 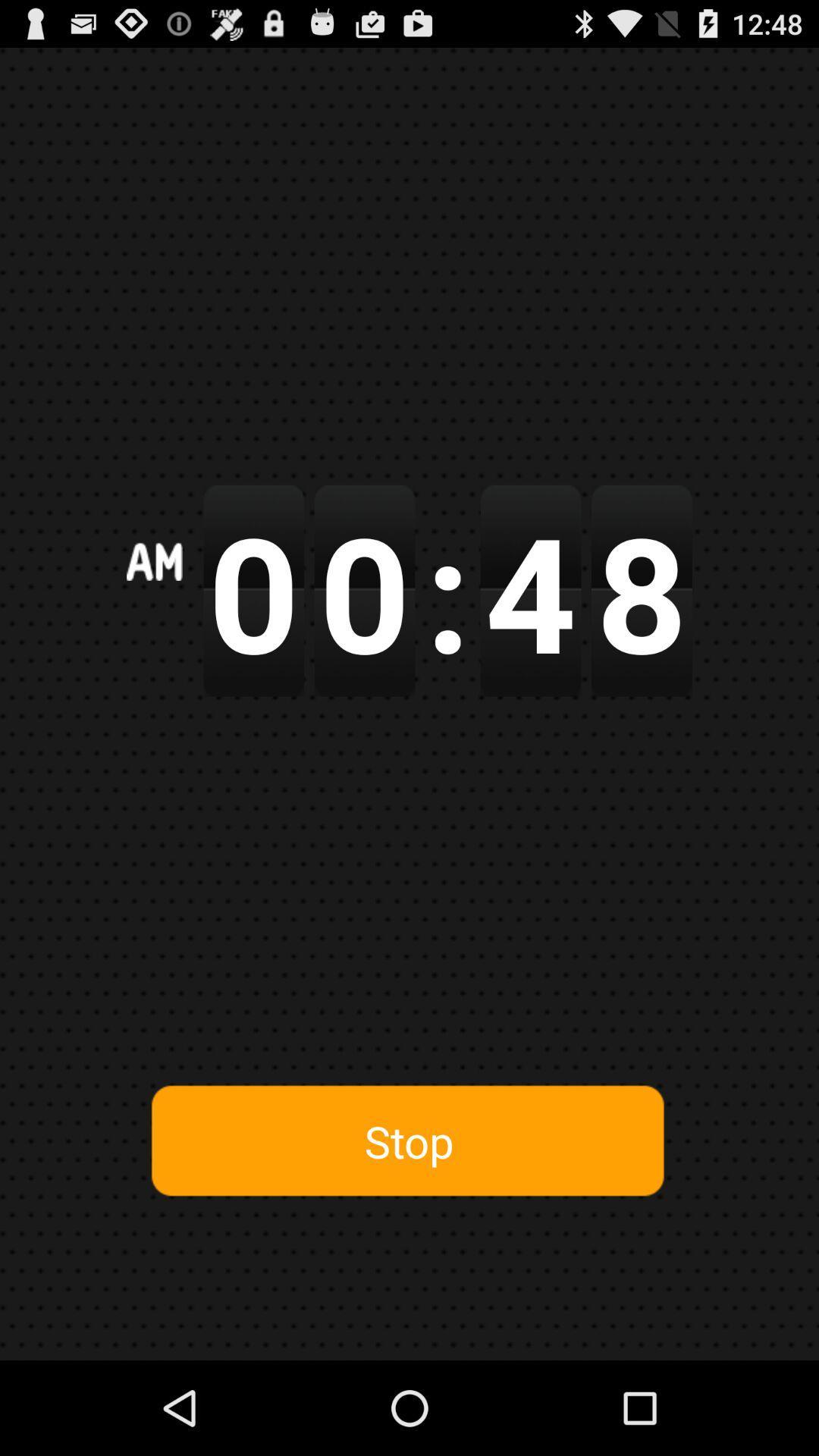 What do you see at coordinates (408, 1141) in the screenshot?
I see `the stop item` at bounding box center [408, 1141].